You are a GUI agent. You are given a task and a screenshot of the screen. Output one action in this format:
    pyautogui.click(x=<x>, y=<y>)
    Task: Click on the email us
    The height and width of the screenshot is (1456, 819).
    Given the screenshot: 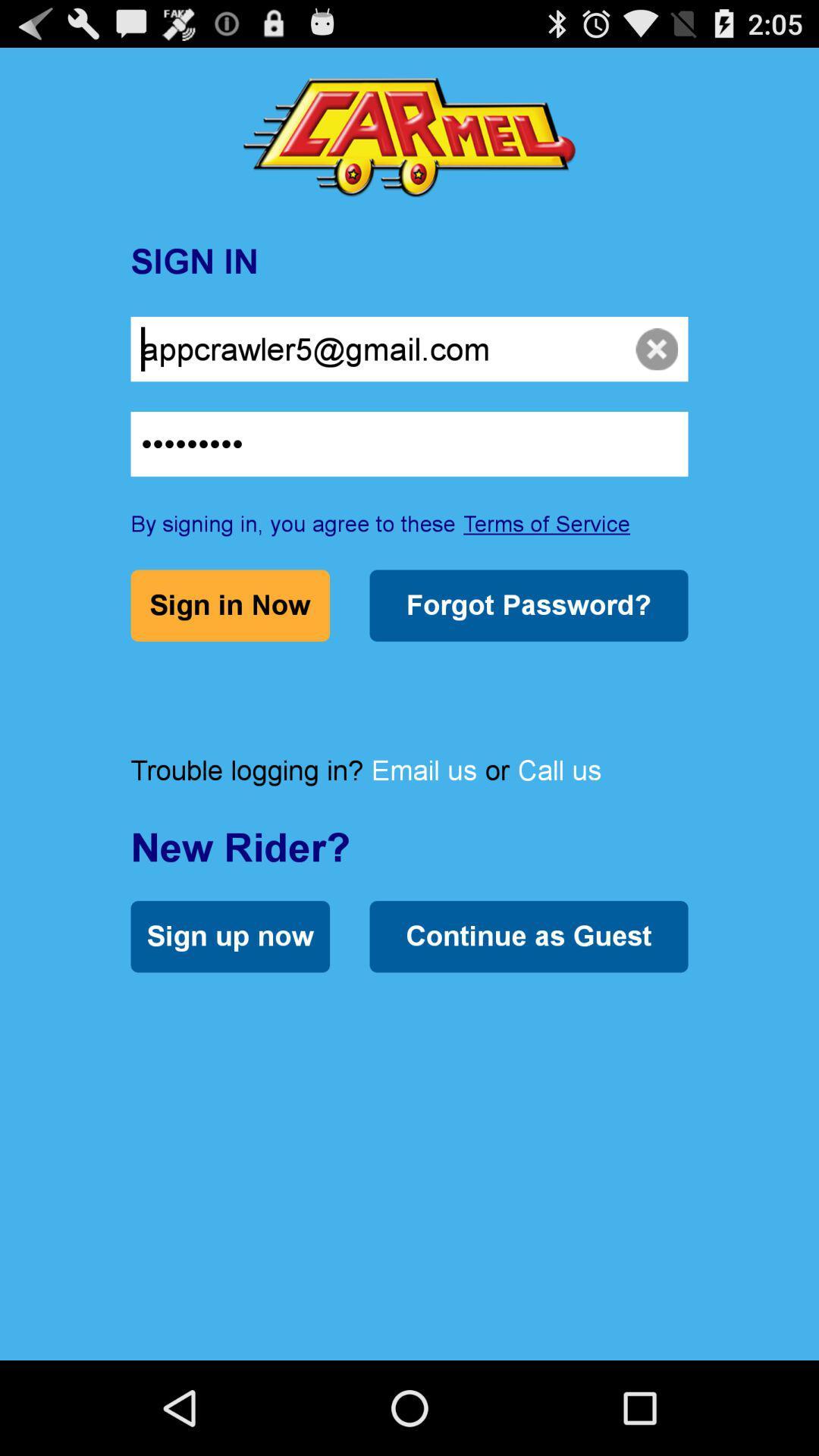 What is the action you would take?
    pyautogui.click(x=424, y=770)
    